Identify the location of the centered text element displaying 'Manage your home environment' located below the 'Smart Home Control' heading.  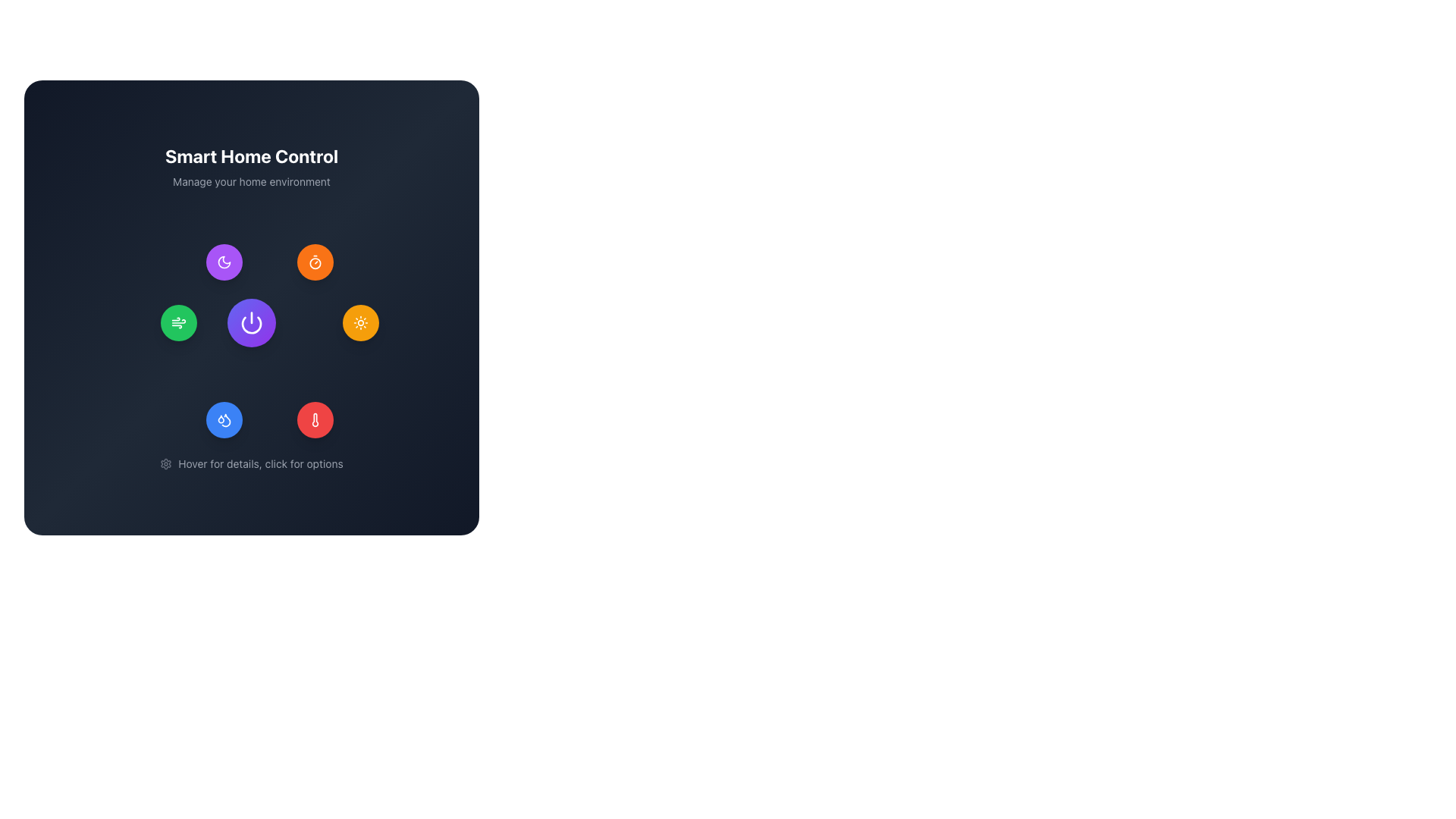
(251, 180).